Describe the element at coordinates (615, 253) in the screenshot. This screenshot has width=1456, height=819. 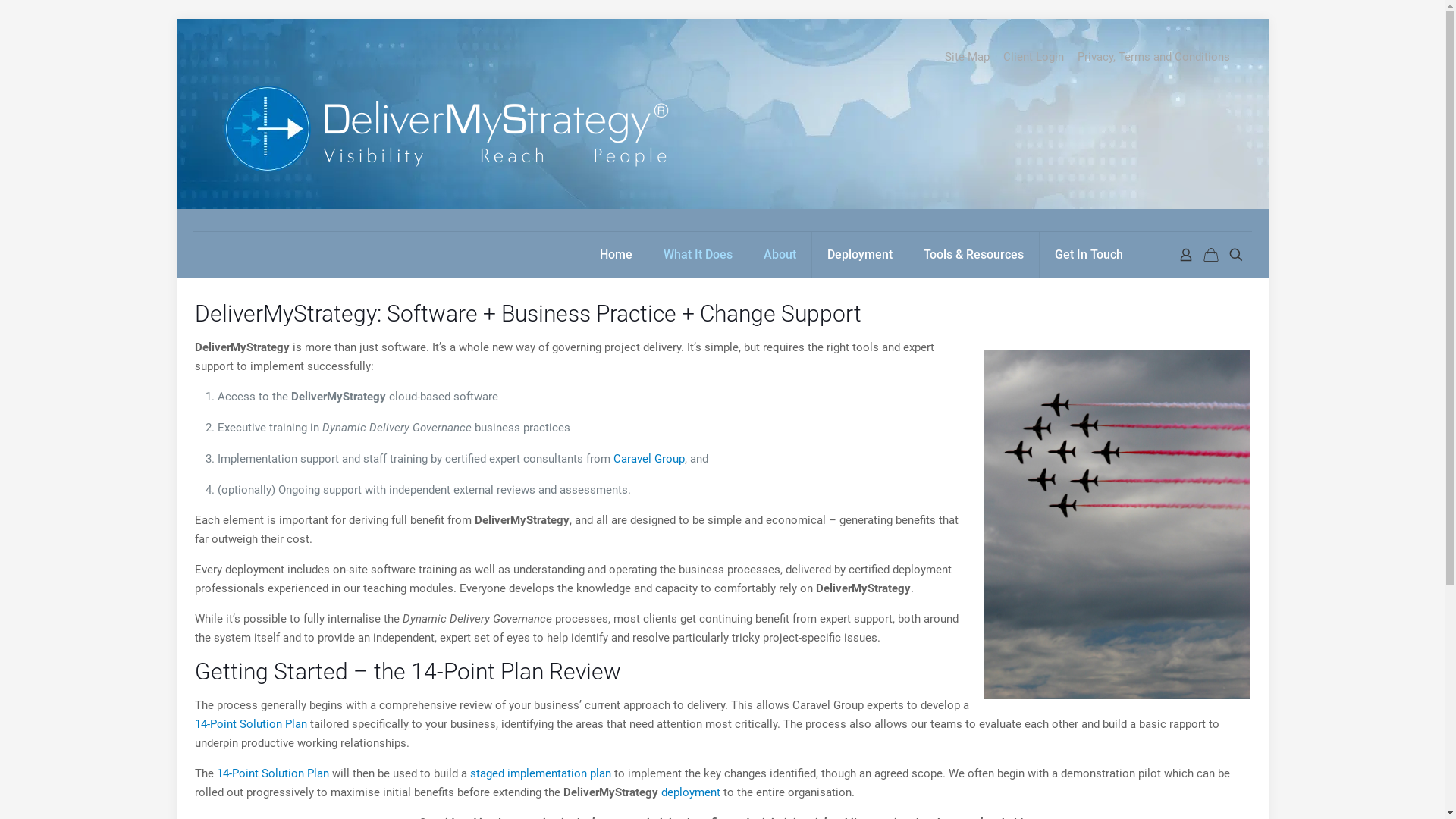
I see `'Home'` at that location.